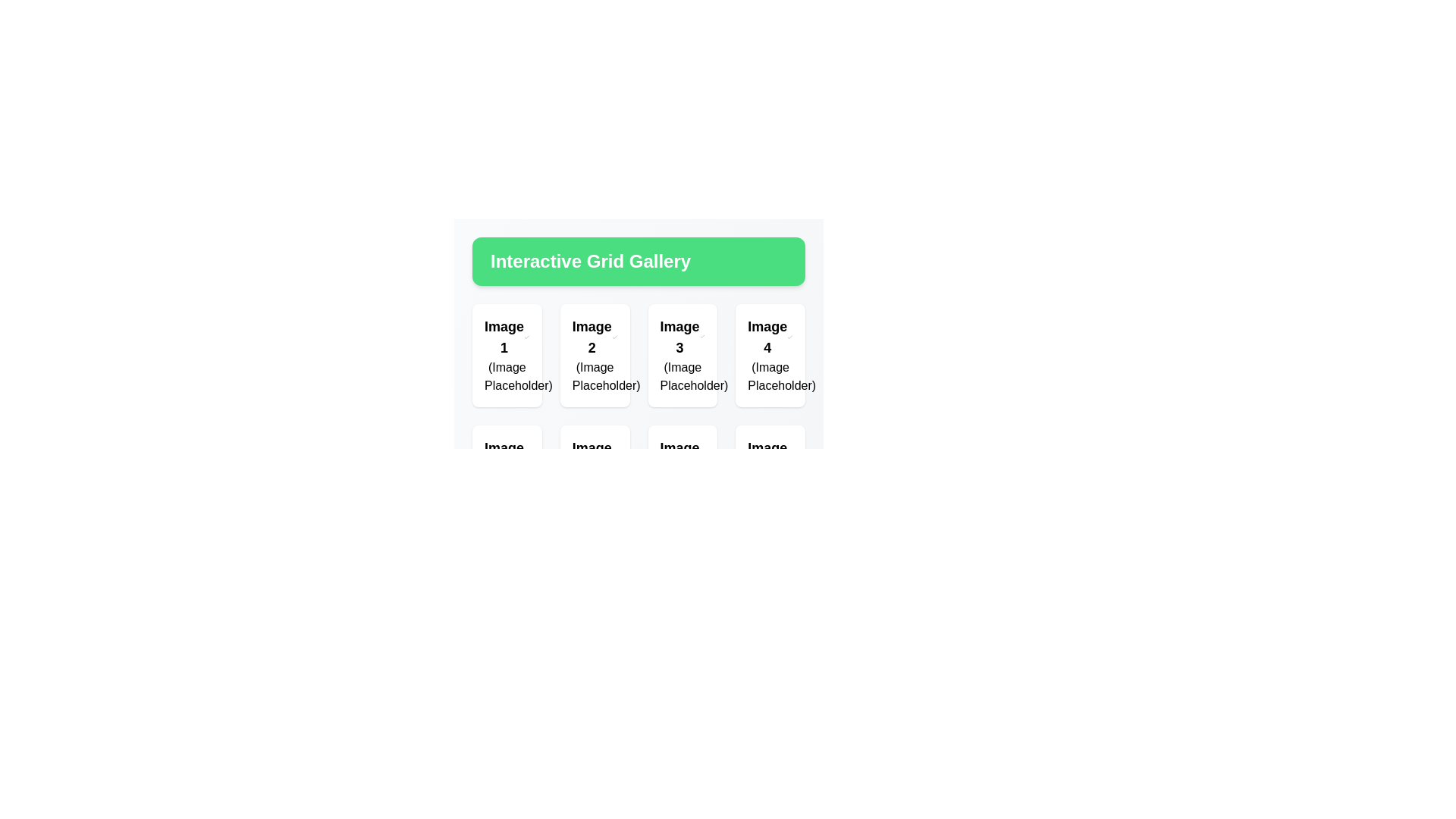 The height and width of the screenshot is (819, 1456). What do you see at coordinates (507, 376) in the screenshot?
I see `the text label displaying '(Image Placeholder)' located below 'Image 1' in the image grid` at bounding box center [507, 376].